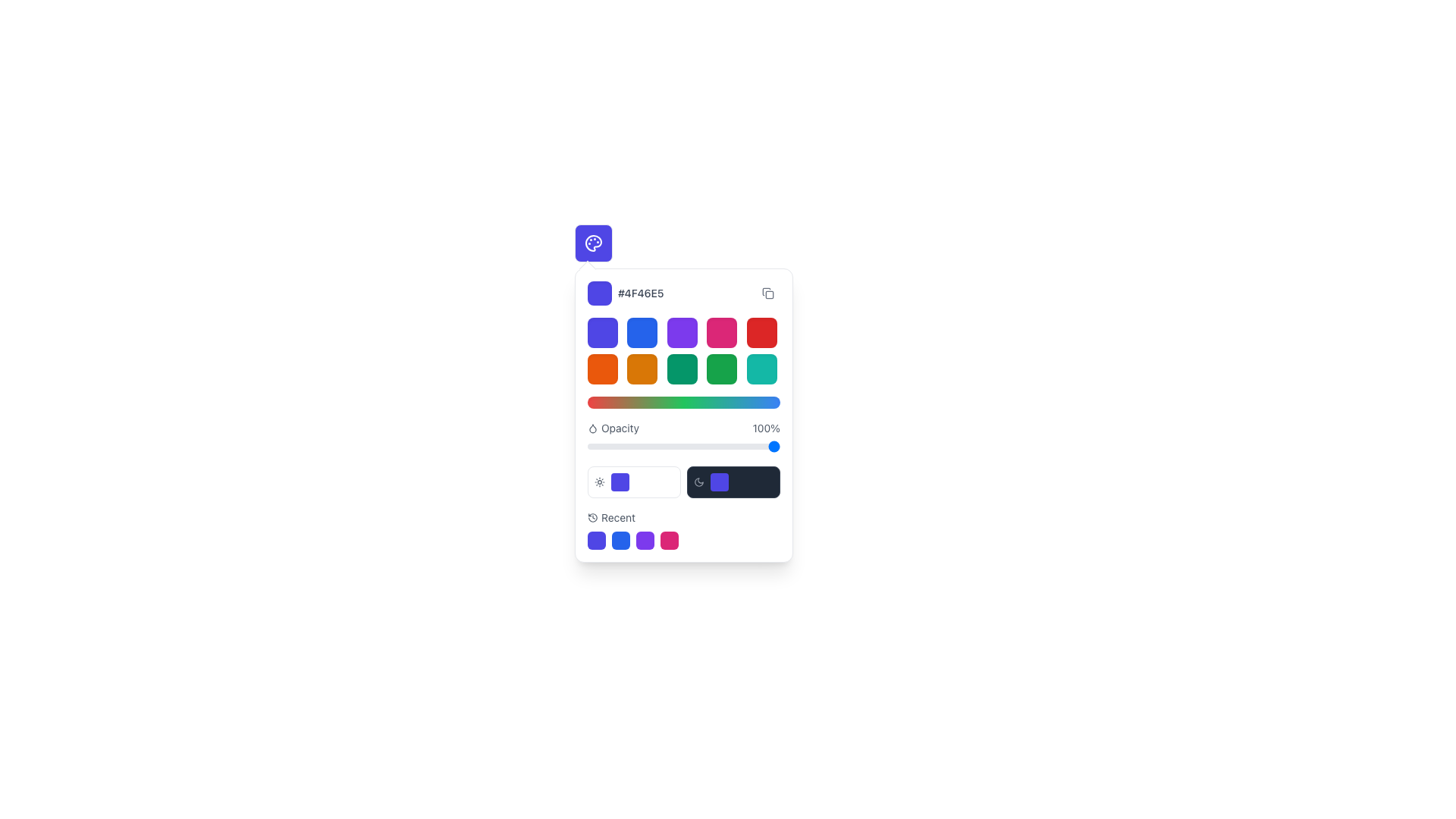 The width and height of the screenshot is (1456, 819). I want to click on the icon button with a white palette symbol on a solid blue background, so click(592, 242).